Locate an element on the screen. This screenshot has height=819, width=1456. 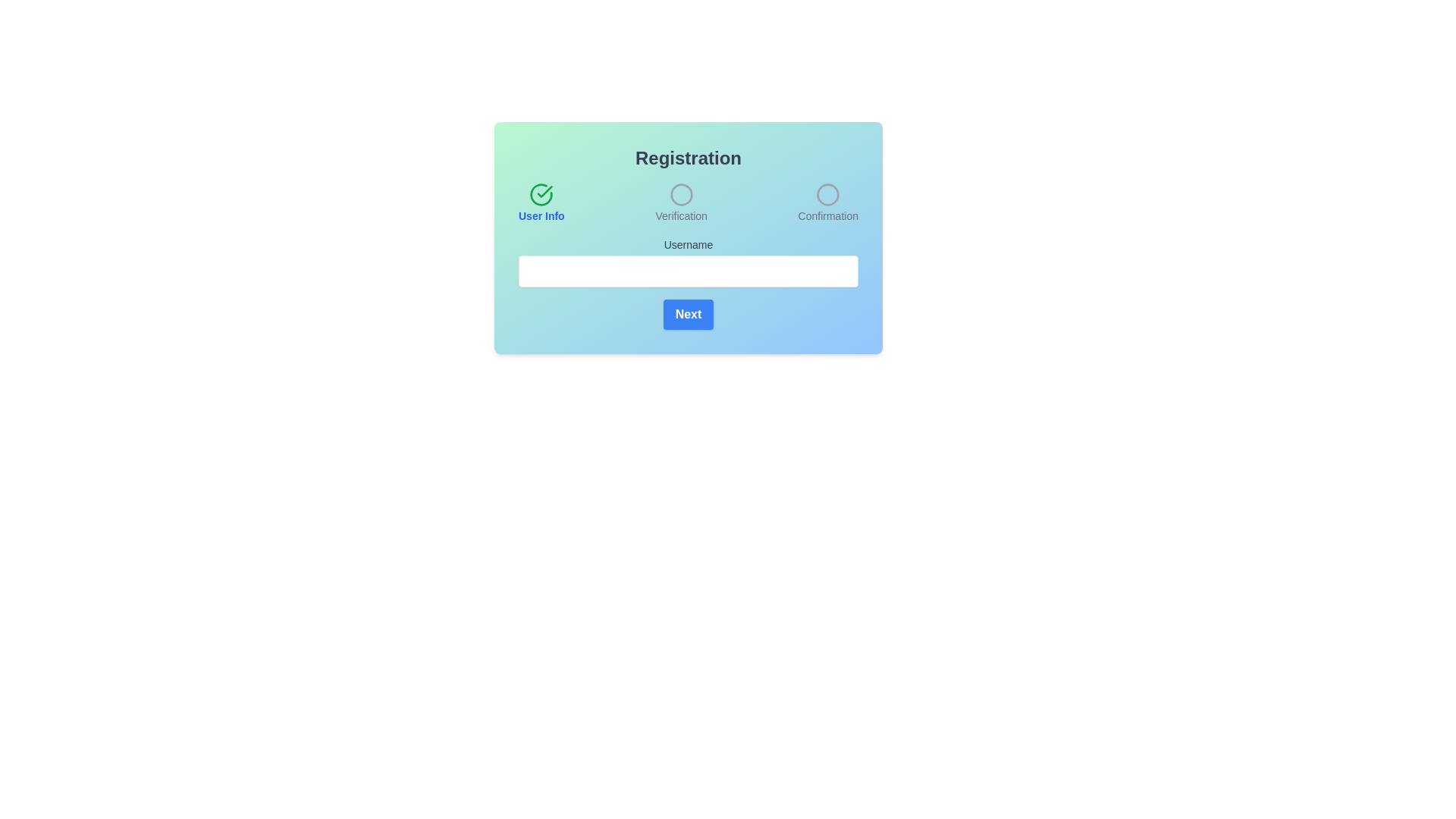
the 'Next' button with a blue background and white bold text, positioned below the 'Username' text field, to focus on it using the keyboard is located at coordinates (687, 314).